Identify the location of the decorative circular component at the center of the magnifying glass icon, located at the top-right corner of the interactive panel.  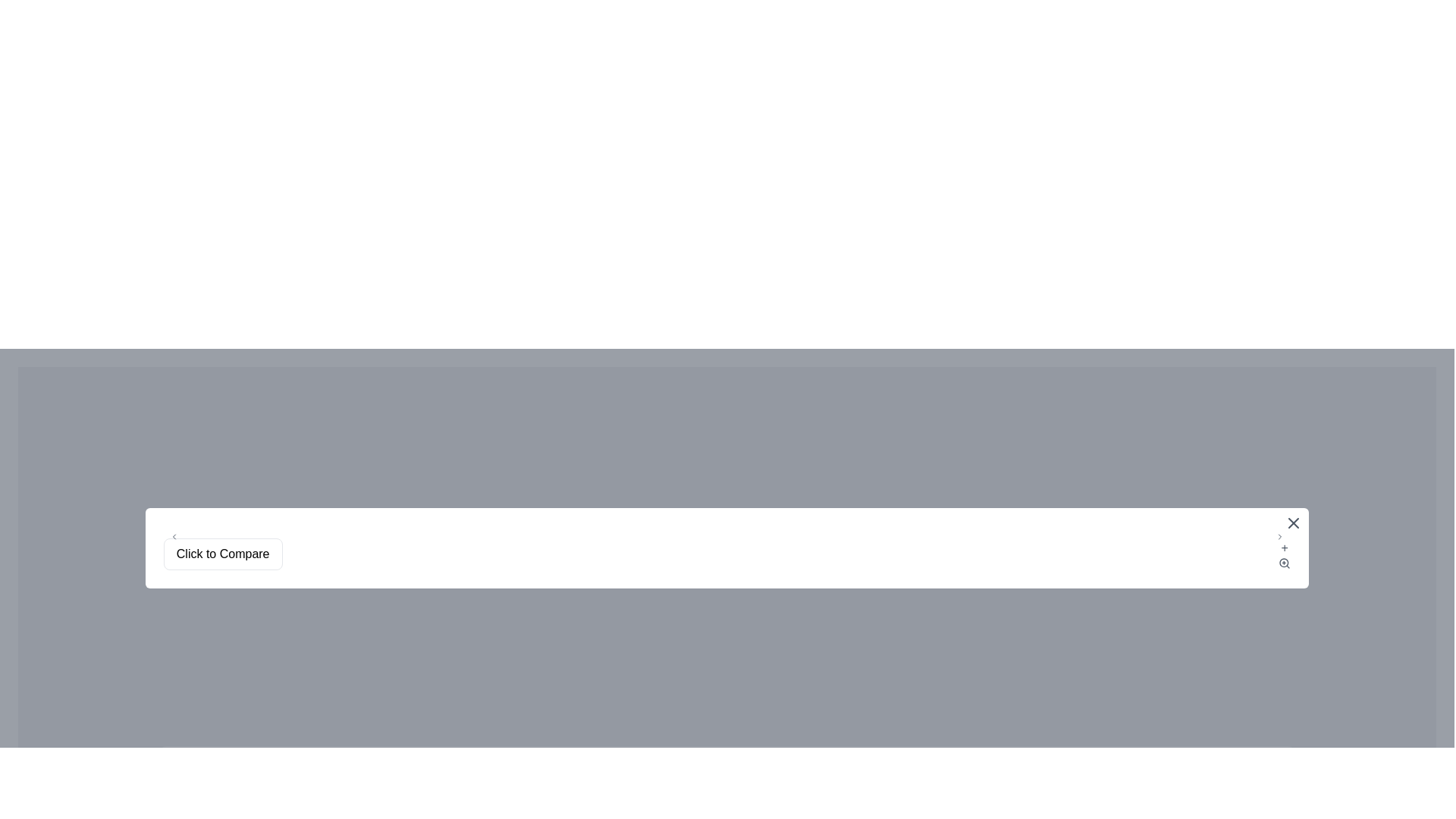
(1283, 563).